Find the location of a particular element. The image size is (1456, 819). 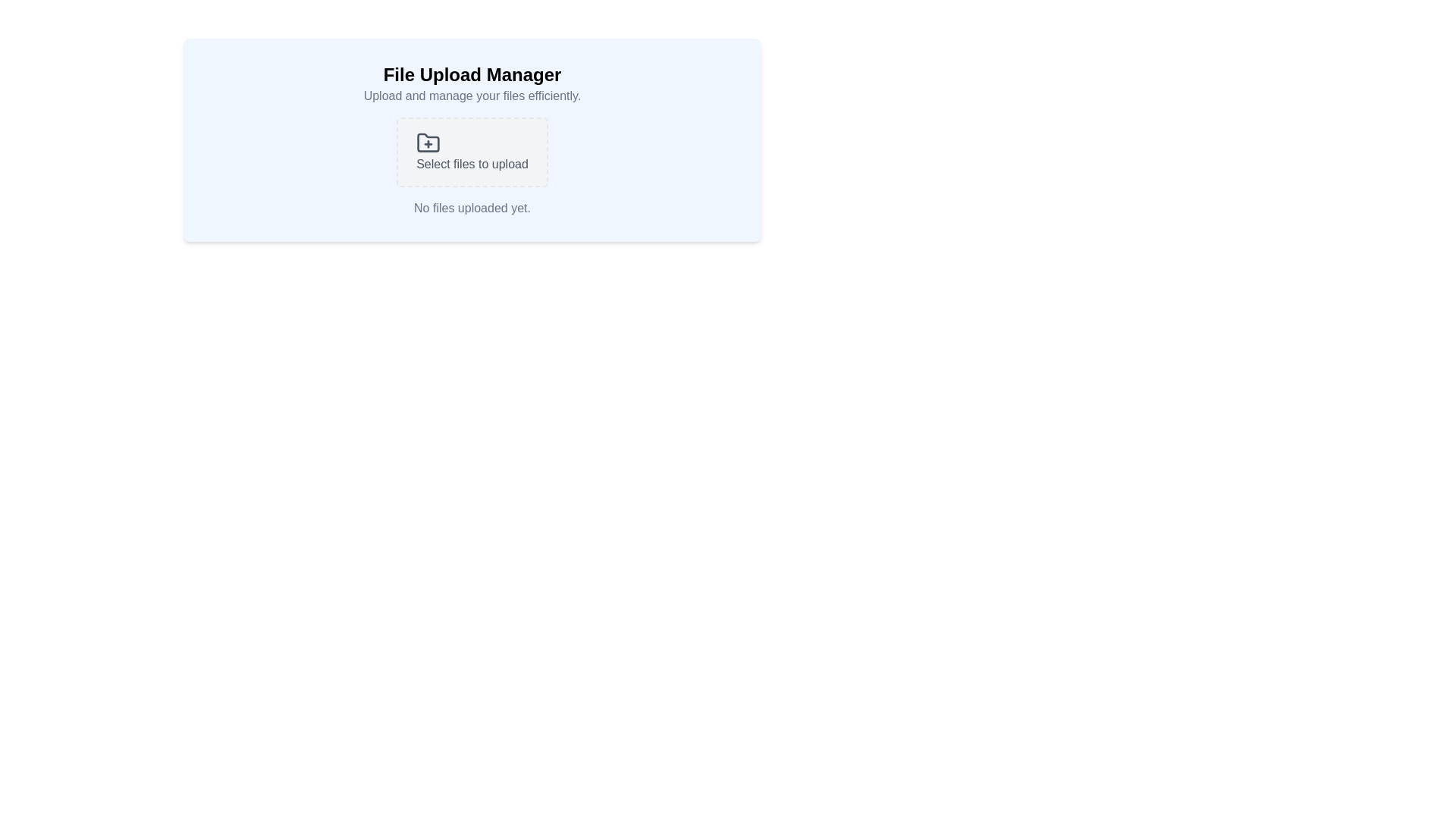

the static text label that reads 'Upload and manage your files efficiently.' which is styled in gray and positioned below the heading 'File Upload Manager' is located at coordinates (472, 96).